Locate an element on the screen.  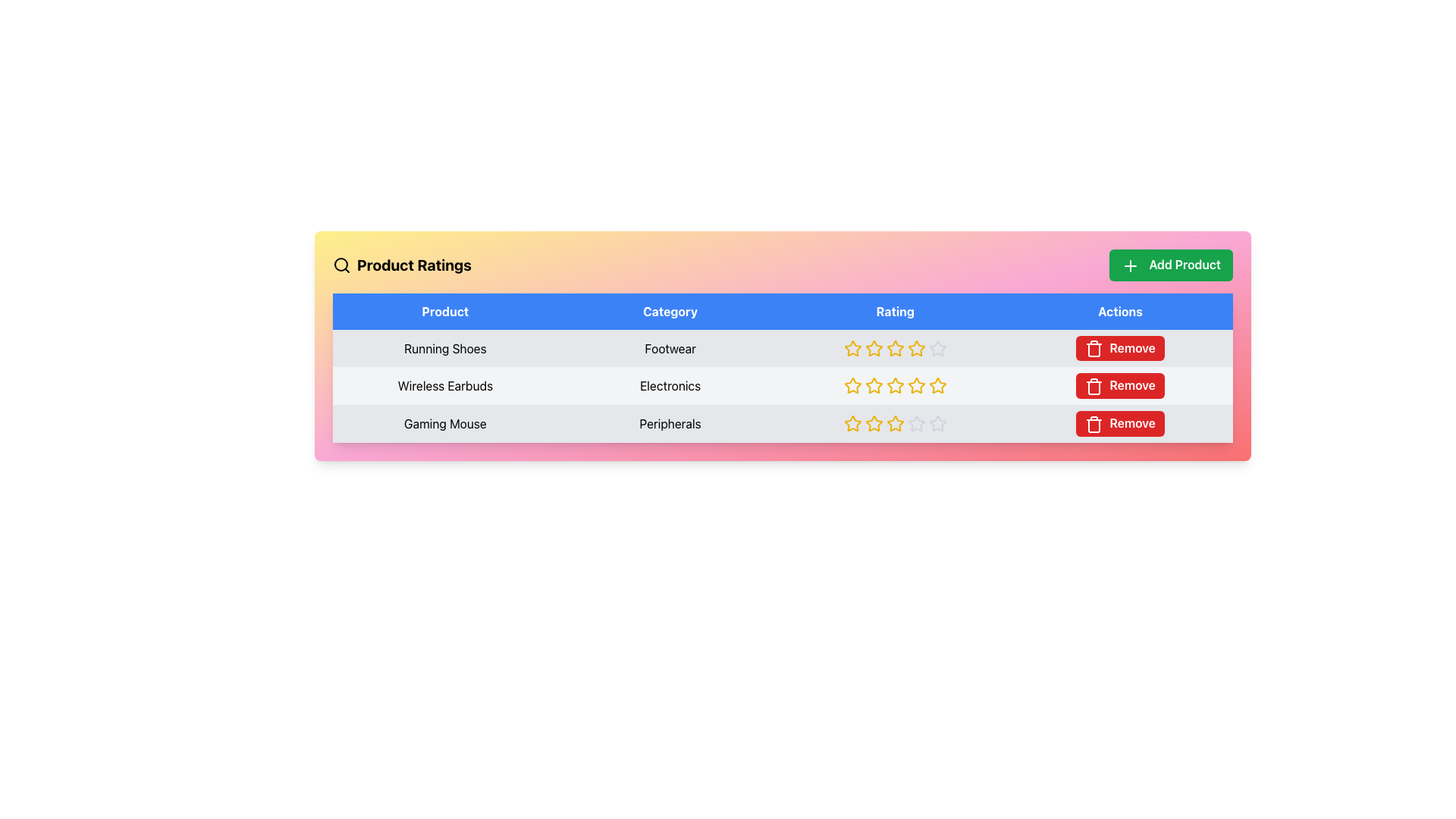
the small circular decorative graphic component located at the center of the search icon near the title 'Product Ratings' is located at coordinates (340, 262).